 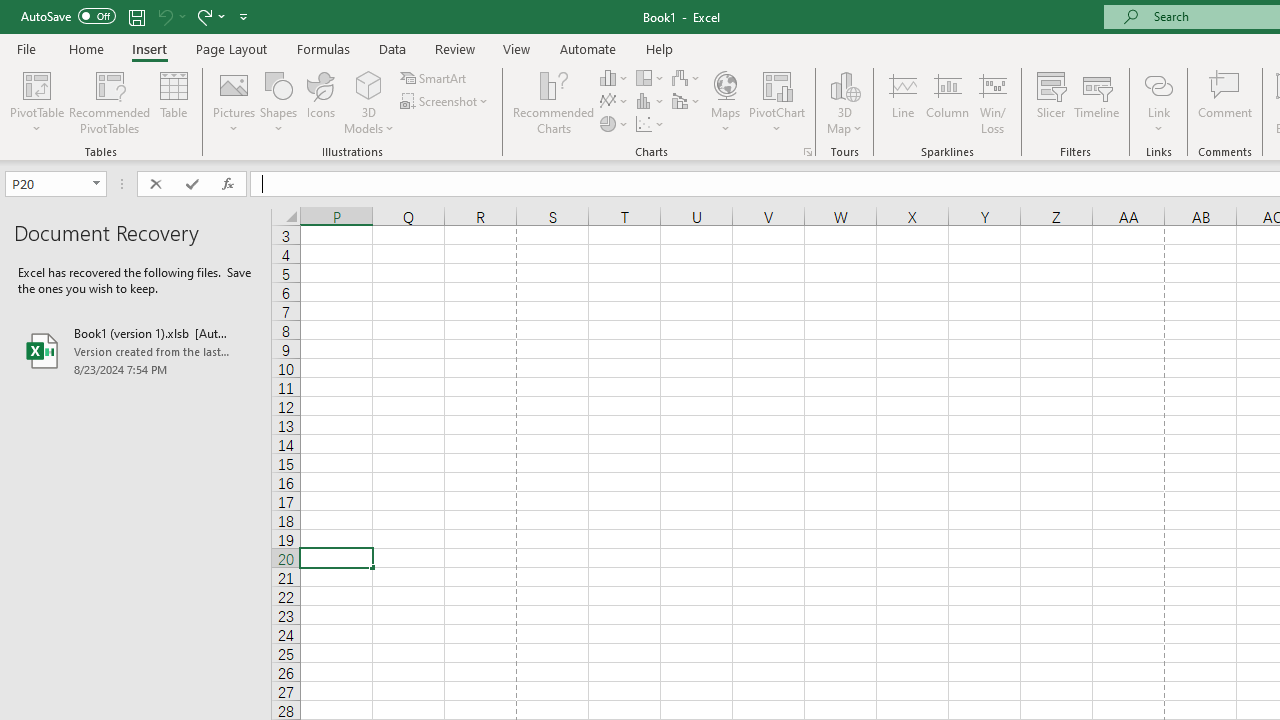 What do you see at coordinates (902, 103) in the screenshot?
I see `'Line'` at bounding box center [902, 103].